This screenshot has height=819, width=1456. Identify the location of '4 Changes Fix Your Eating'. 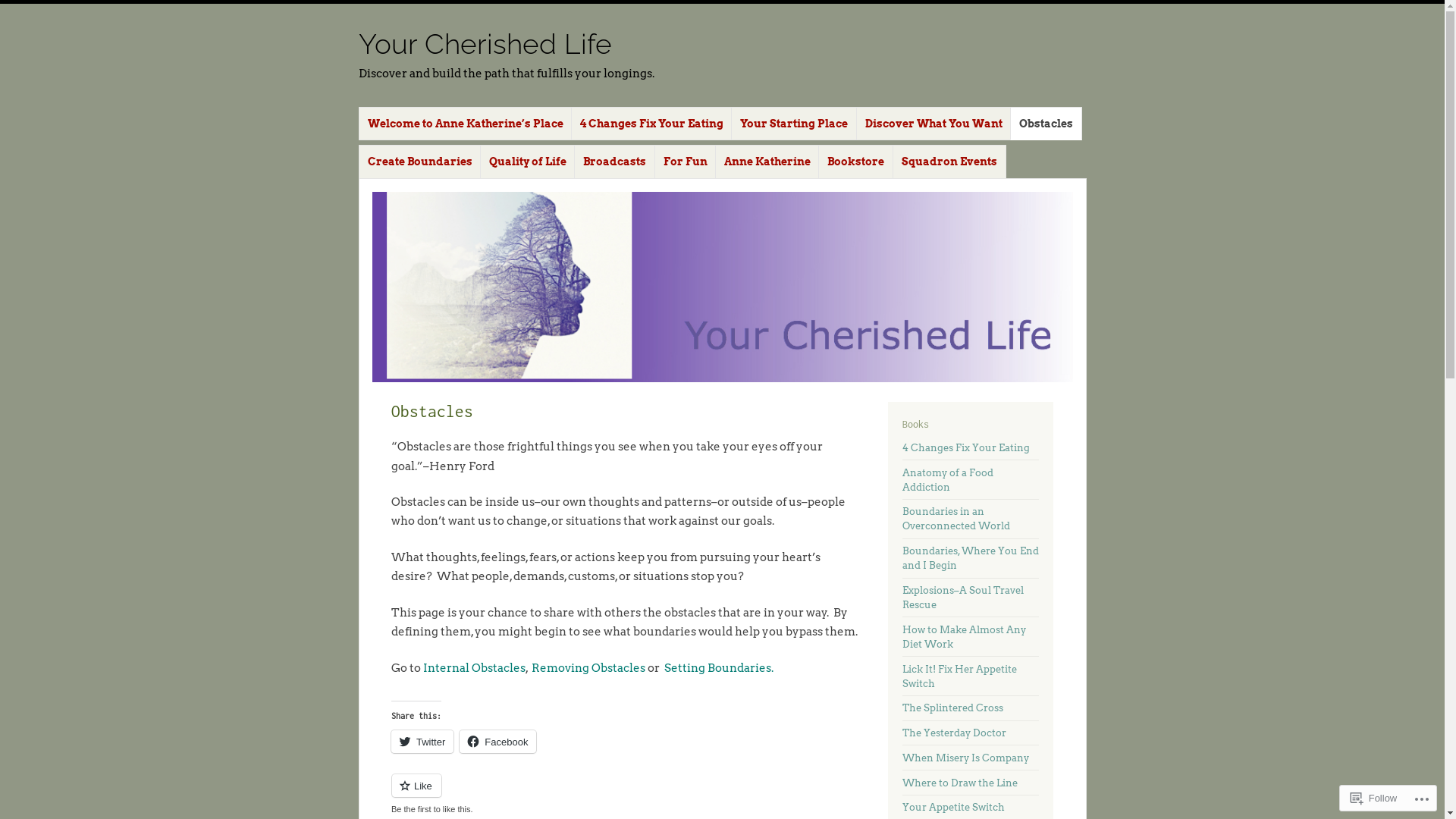
(965, 447).